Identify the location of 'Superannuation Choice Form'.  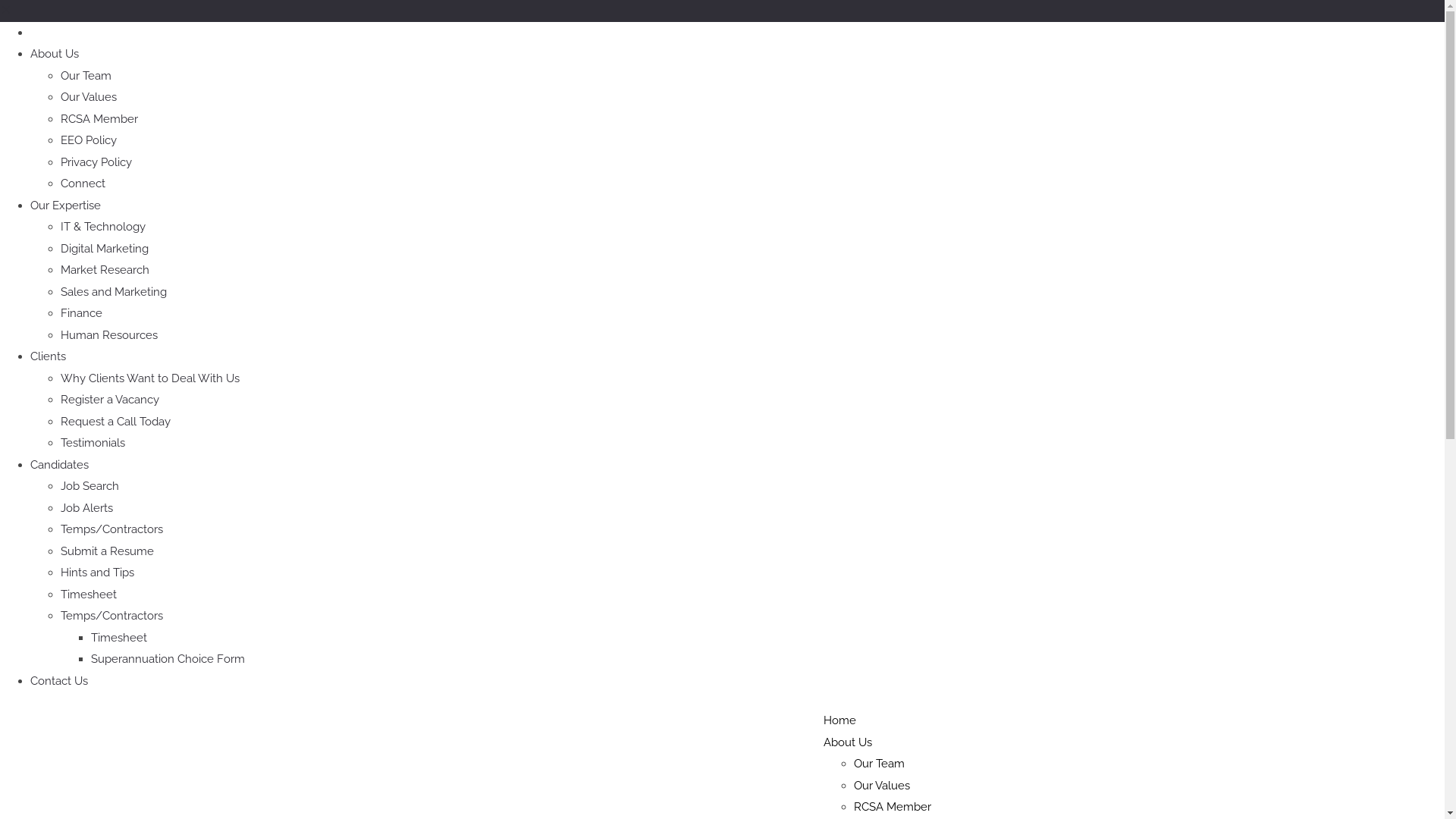
(90, 657).